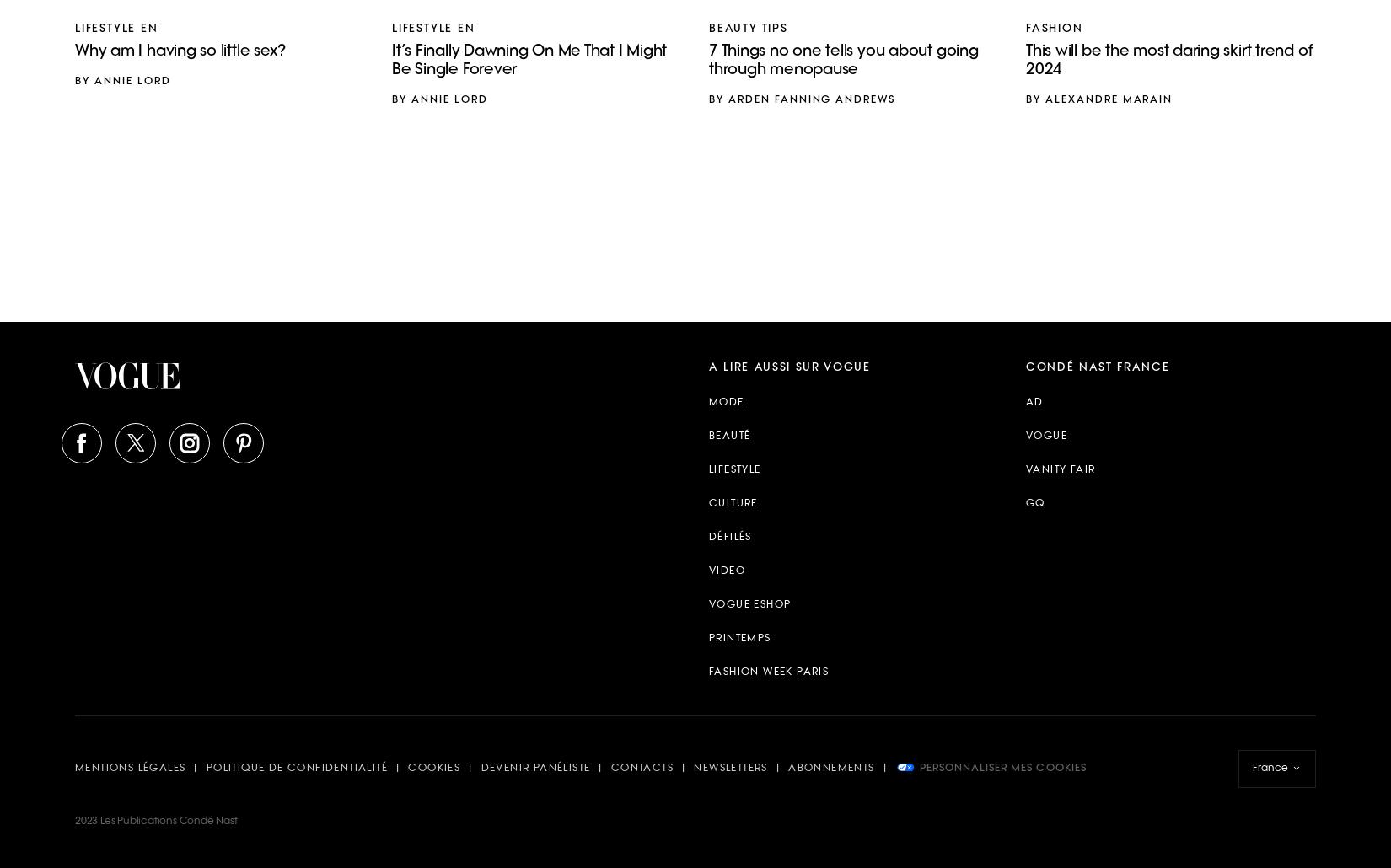 This screenshot has width=1391, height=868. I want to click on 'Vogue Eshop', so click(709, 605).